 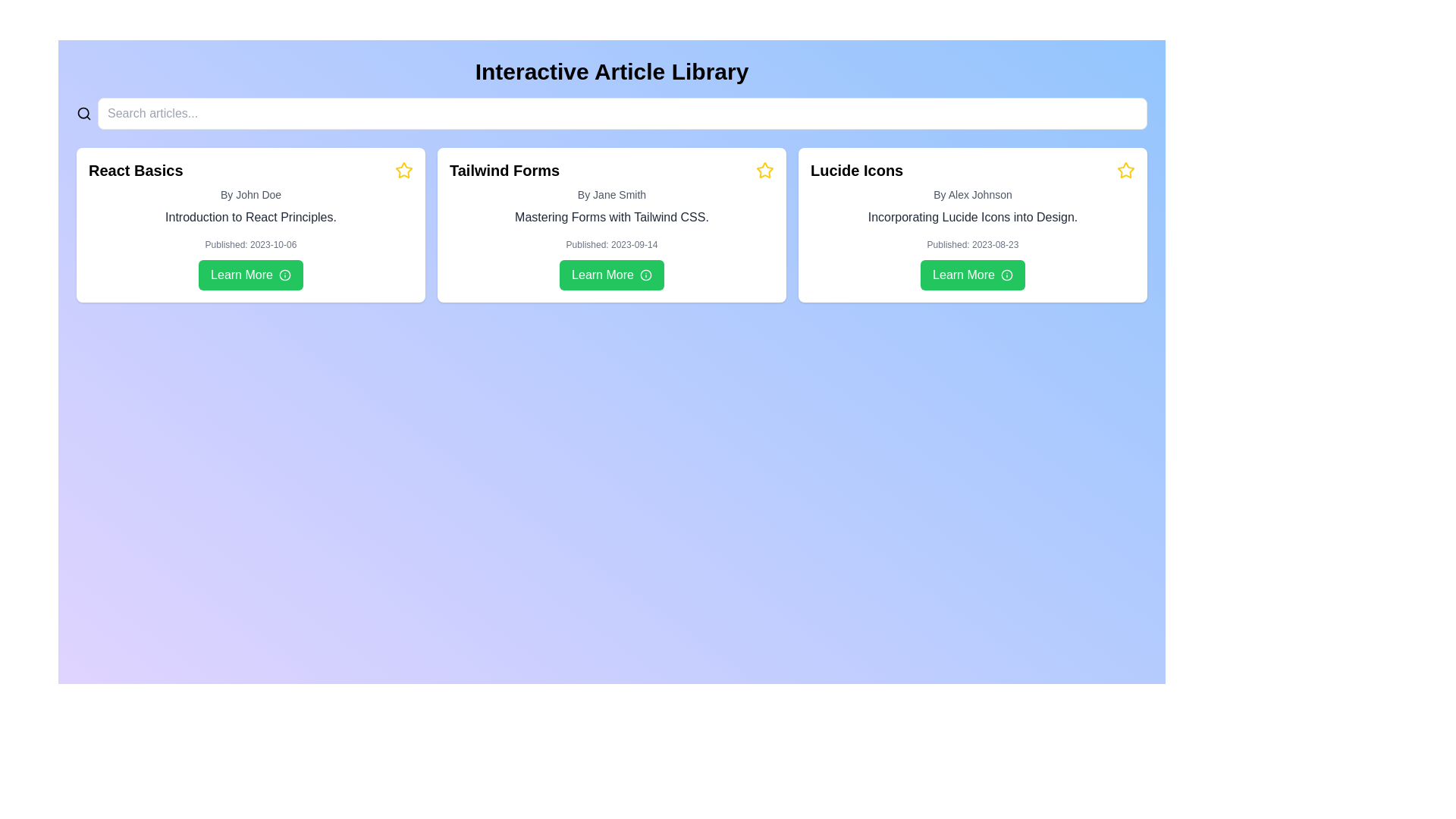 I want to click on the 'Learn More' button with a bold green background and white text, located centrally at the bottom of the 'Lucide Icons' card, so click(x=972, y=275).